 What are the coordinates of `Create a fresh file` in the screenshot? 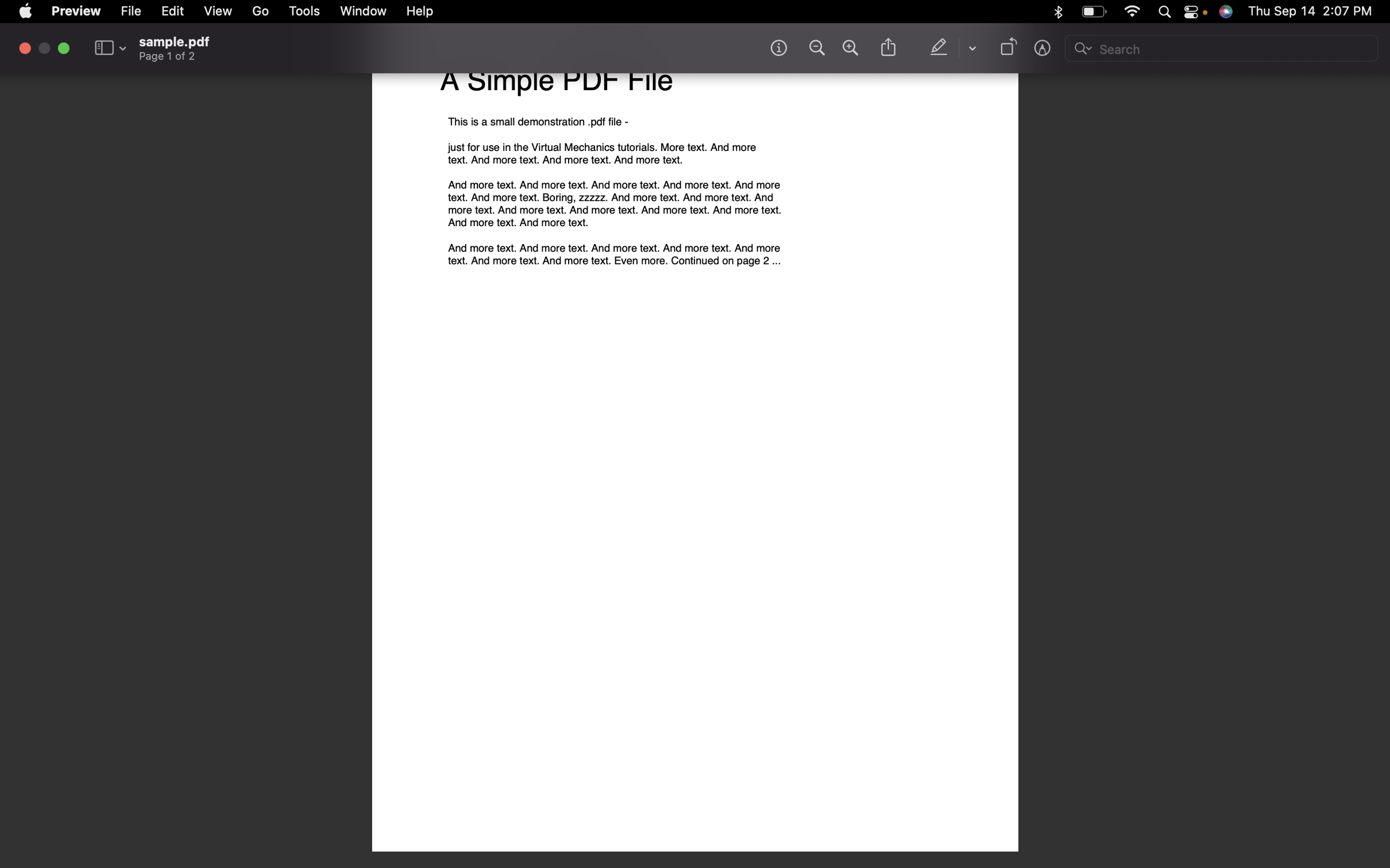 It's located at (132, 10).